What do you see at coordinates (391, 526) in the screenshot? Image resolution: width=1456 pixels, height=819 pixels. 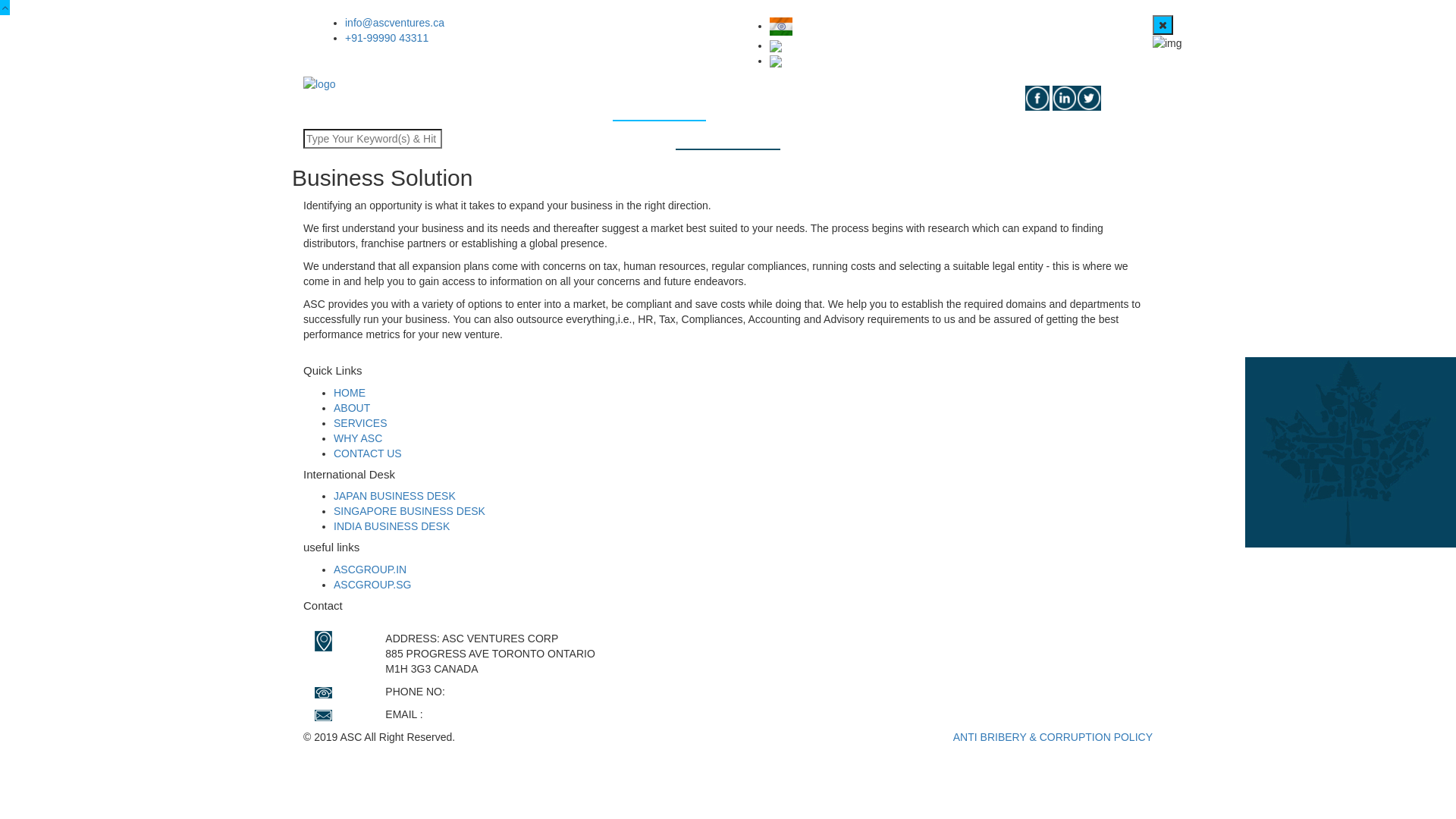 I see `'INDIA BUSINESS DESK'` at bounding box center [391, 526].